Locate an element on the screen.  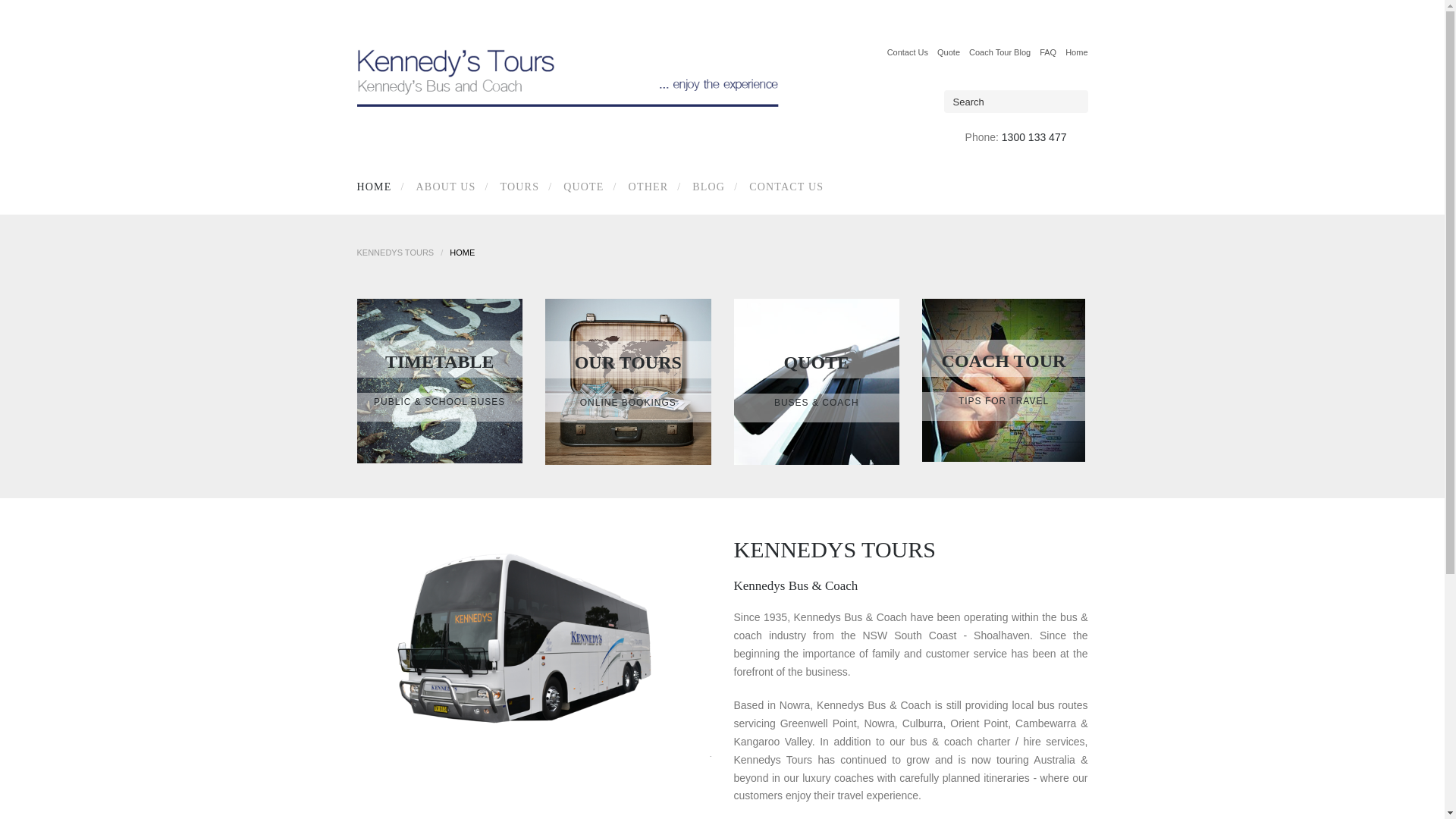
'Contact Us' is located at coordinates (887, 52).